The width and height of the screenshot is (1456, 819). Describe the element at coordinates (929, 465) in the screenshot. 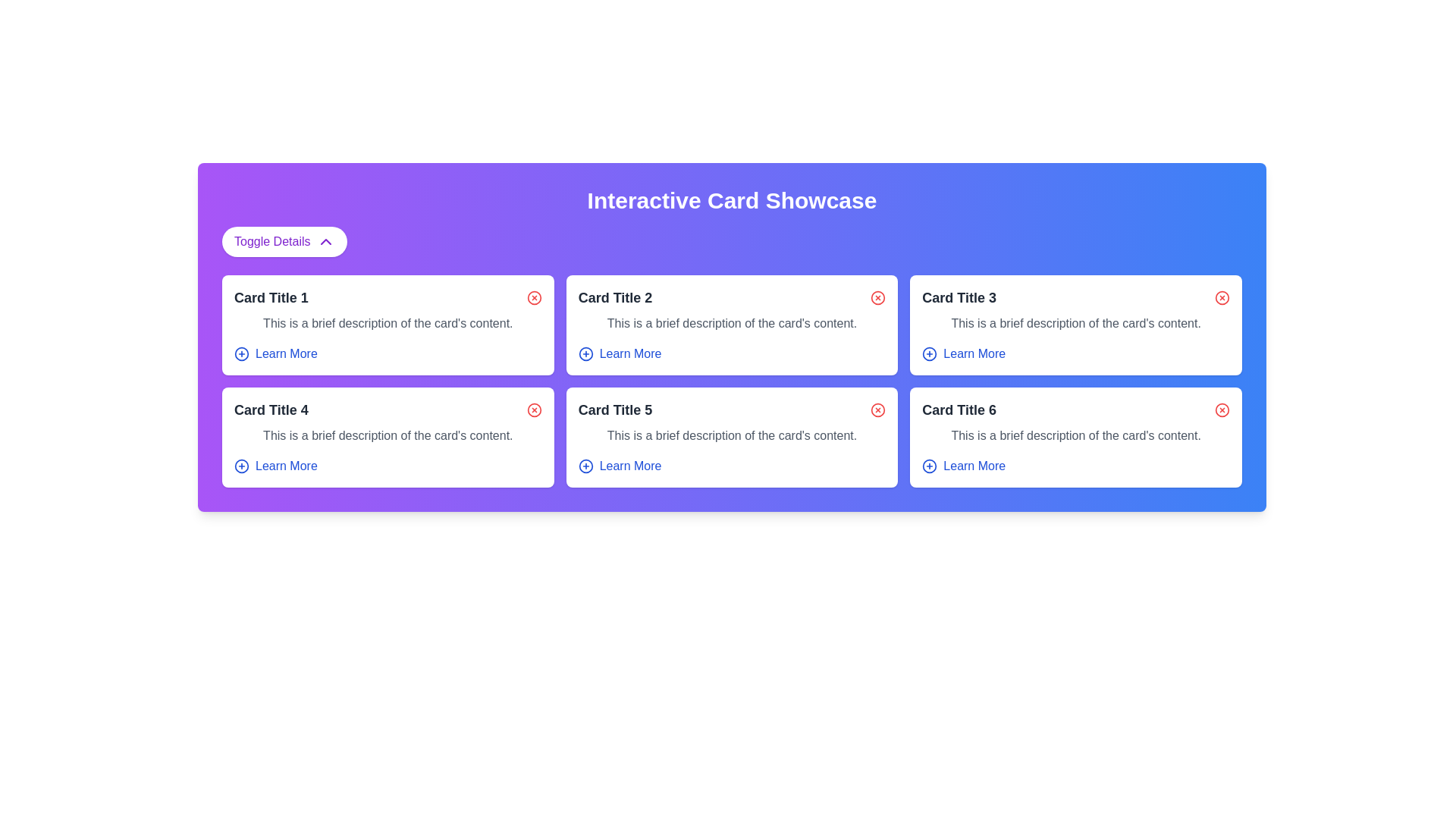

I see `the blue circle icon with a white plus sign, located in the 'Learn More' section of 'Card Title 6'` at that location.